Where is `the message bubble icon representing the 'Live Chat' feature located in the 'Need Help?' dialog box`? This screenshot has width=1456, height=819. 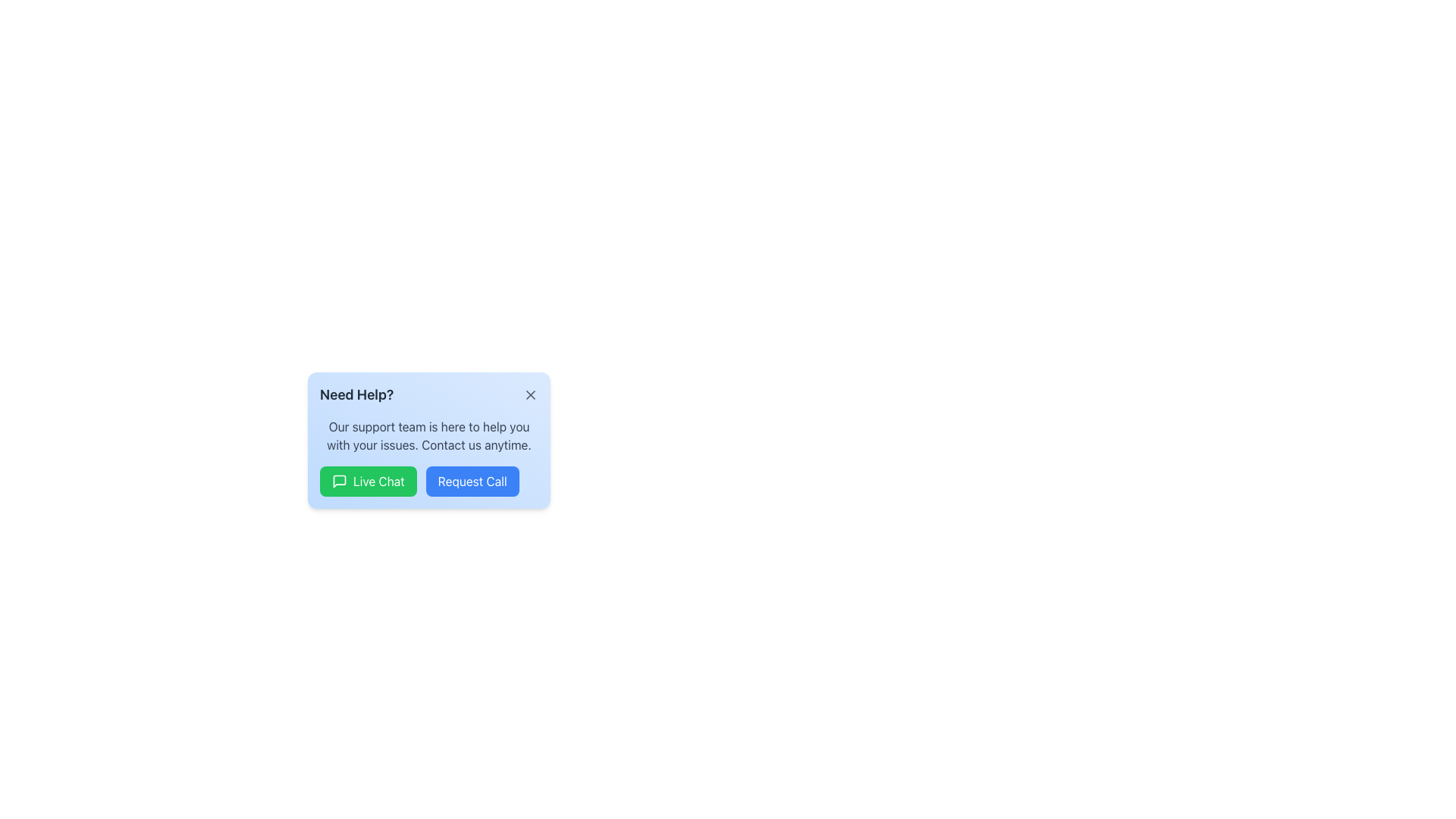
the message bubble icon representing the 'Live Chat' feature located in the 'Need Help?' dialog box is located at coordinates (338, 482).